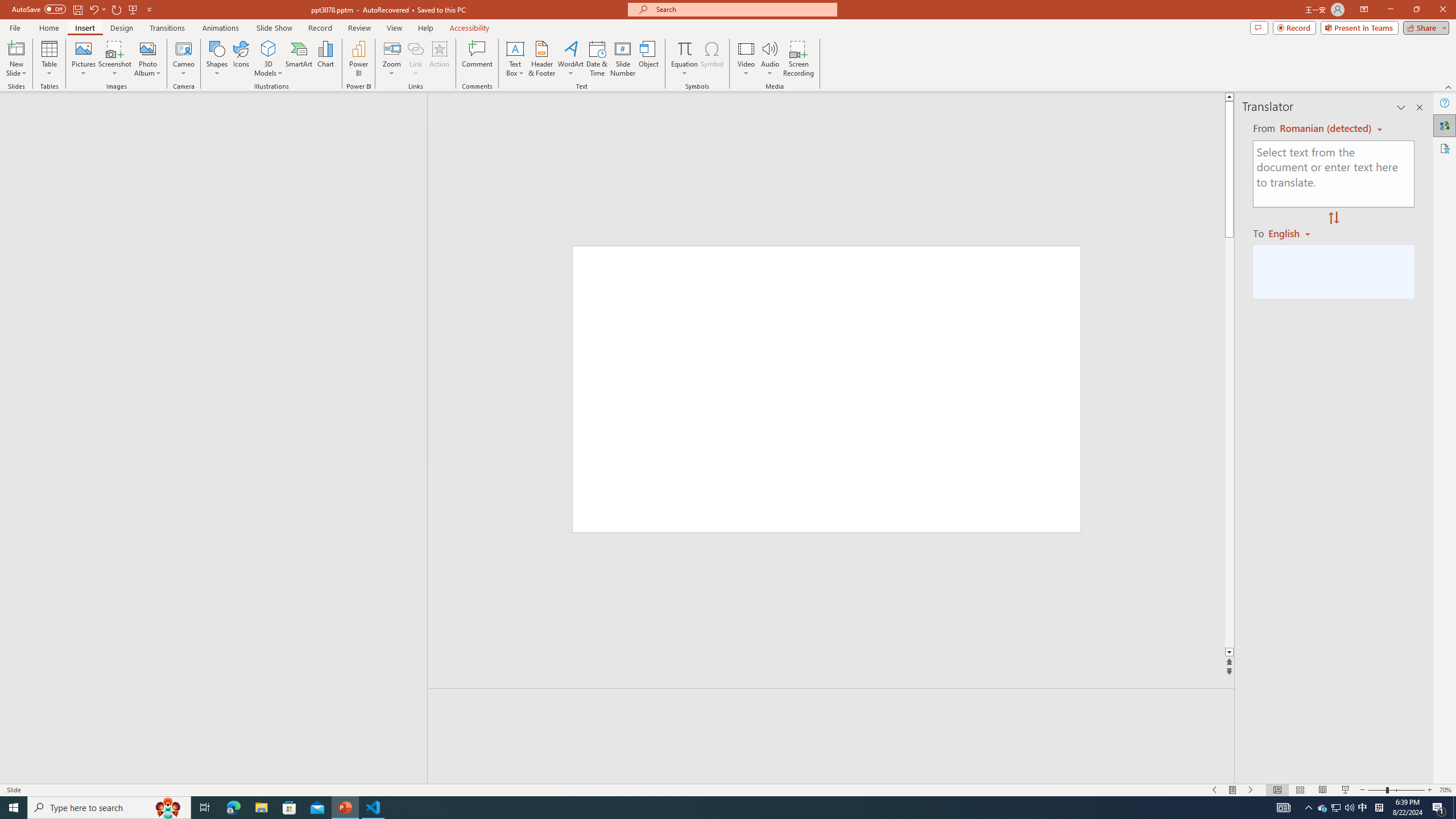  Describe the element at coordinates (596, 59) in the screenshot. I see `'Date & Time...'` at that location.